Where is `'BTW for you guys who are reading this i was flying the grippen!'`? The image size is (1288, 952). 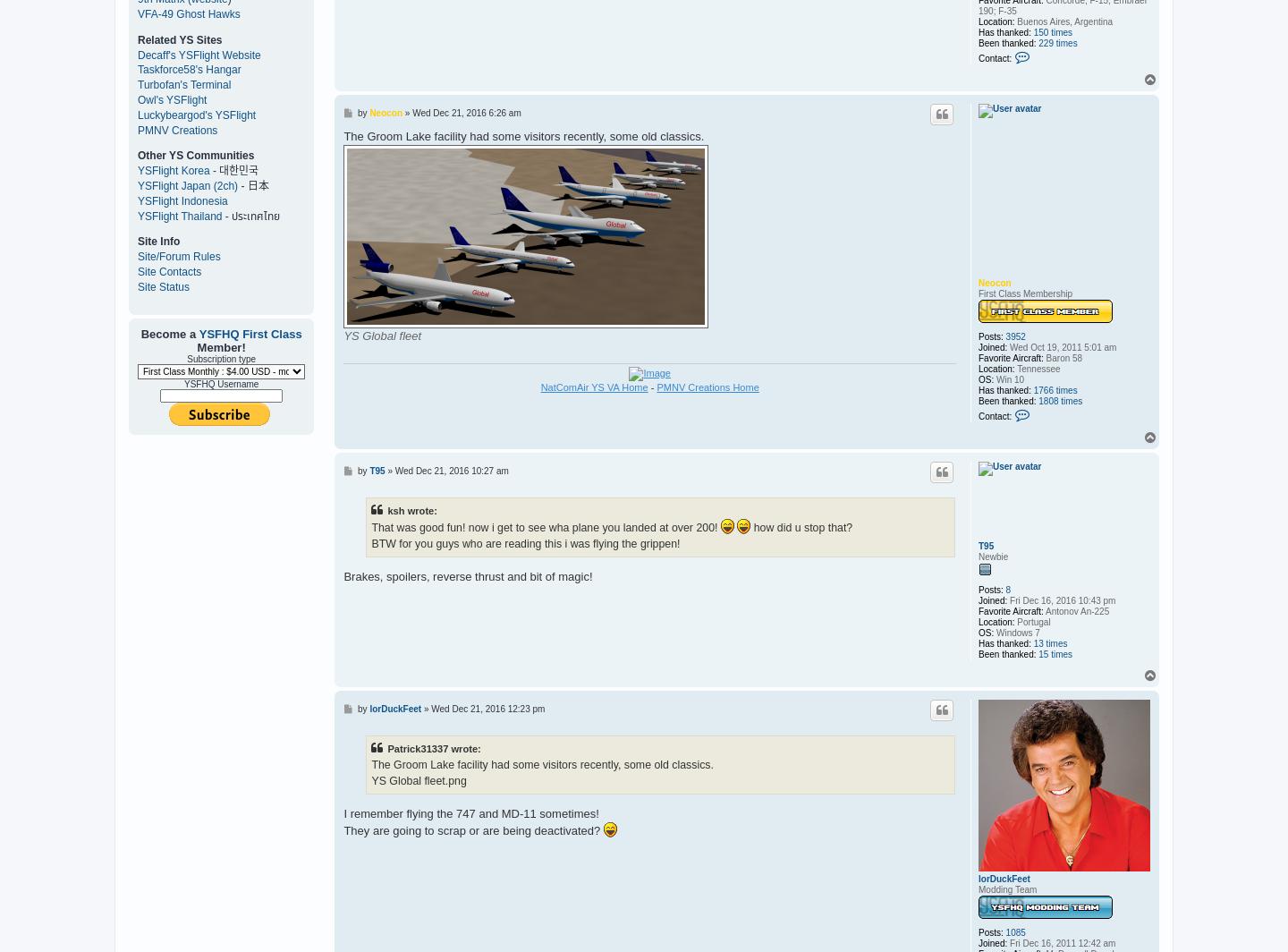
'BTW for you guys who are reading this i was flying the grippen!' is located at coordinates (525, 543).